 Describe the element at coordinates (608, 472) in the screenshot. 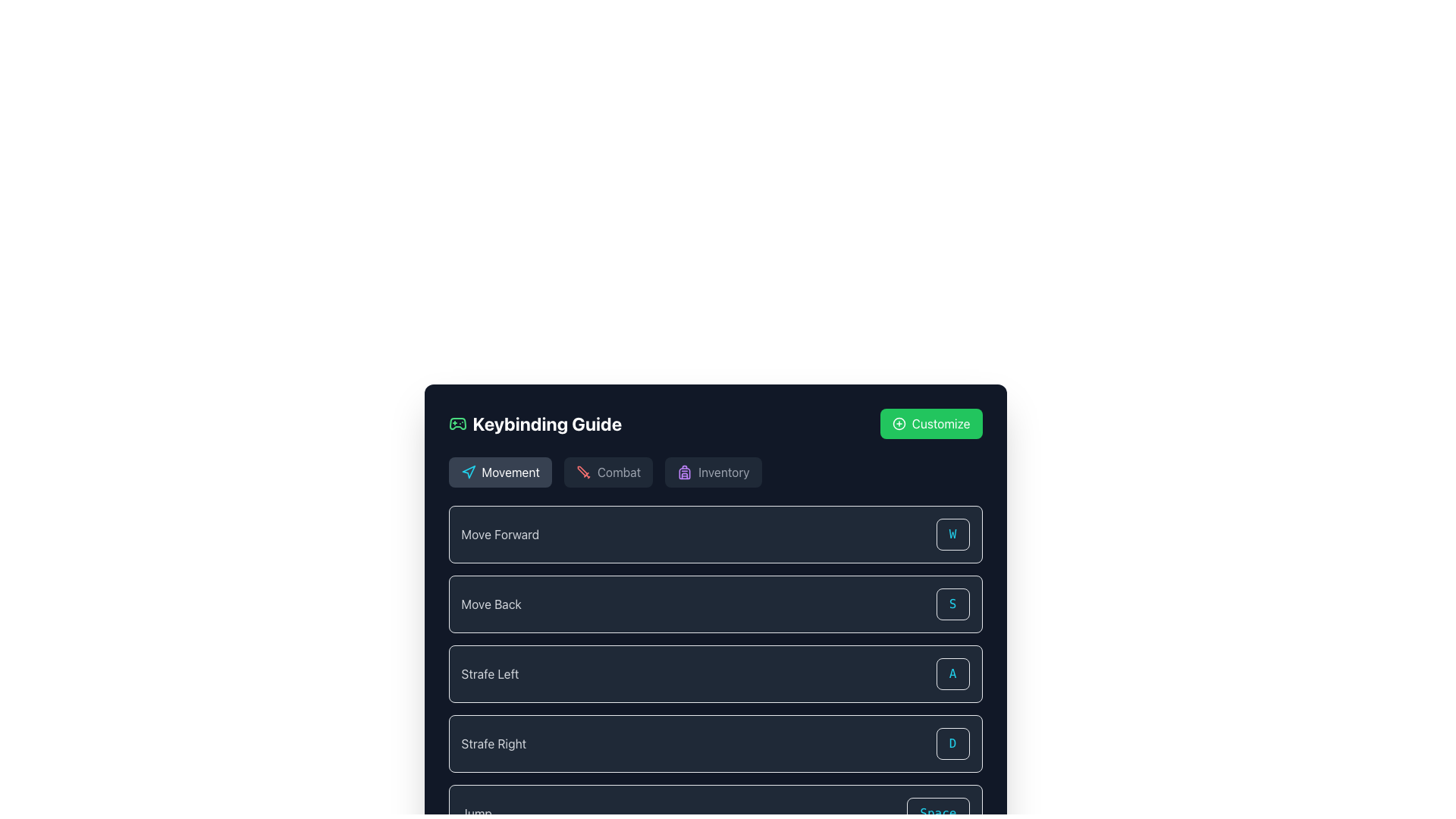

I see `the 'Combat' button, which is the second button in a row of three, featuring a dark gray background, light gray text, and a red sword icon to its left` at that location.